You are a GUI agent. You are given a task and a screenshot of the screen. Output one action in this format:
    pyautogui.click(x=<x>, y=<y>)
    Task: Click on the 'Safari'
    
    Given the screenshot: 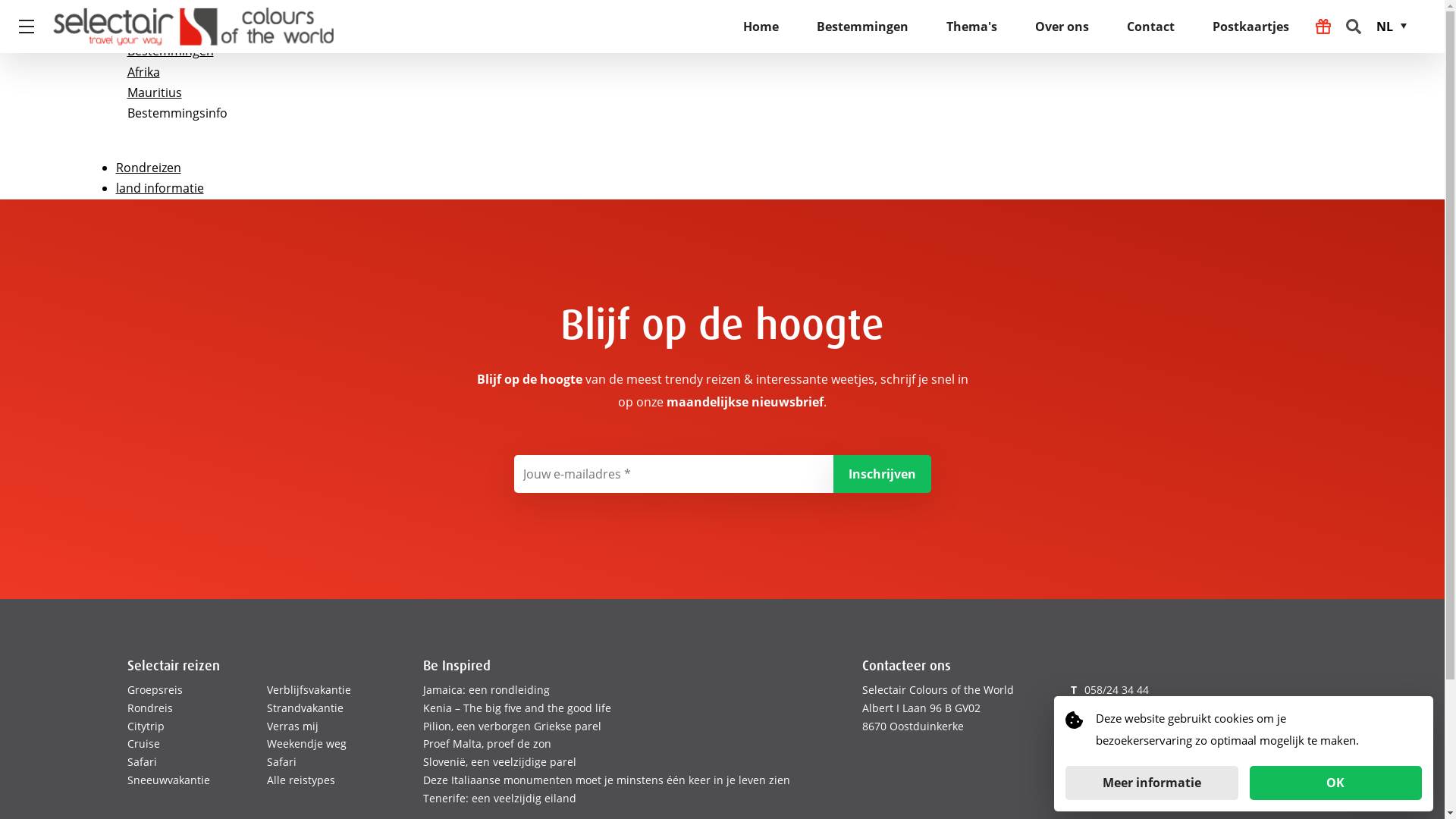 What is the action you would take?
    pyautogui.click(x=281, y=761)
    